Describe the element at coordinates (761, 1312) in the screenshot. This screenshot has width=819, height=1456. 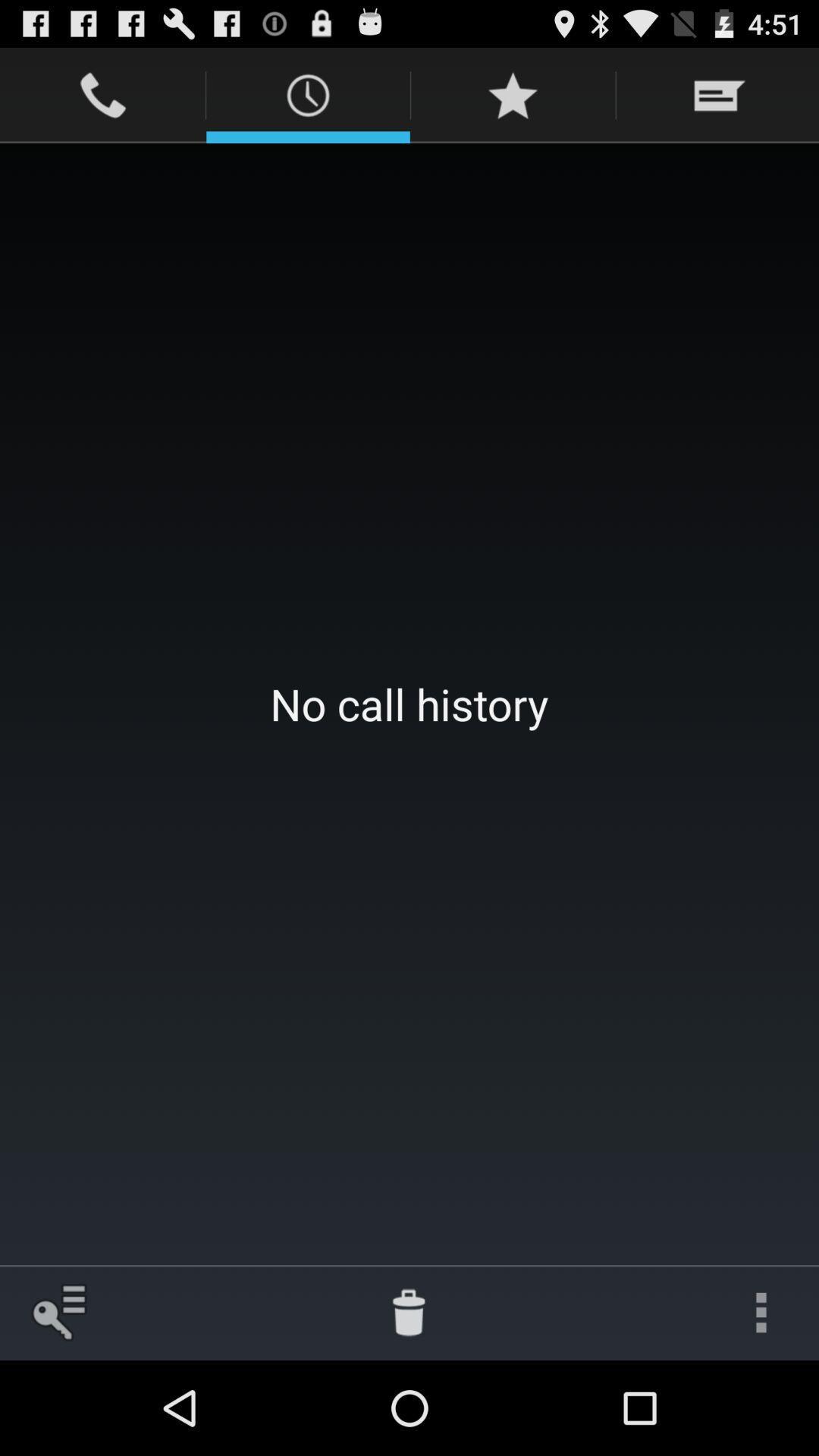
I see `icon at the bottom right corner` at that location.